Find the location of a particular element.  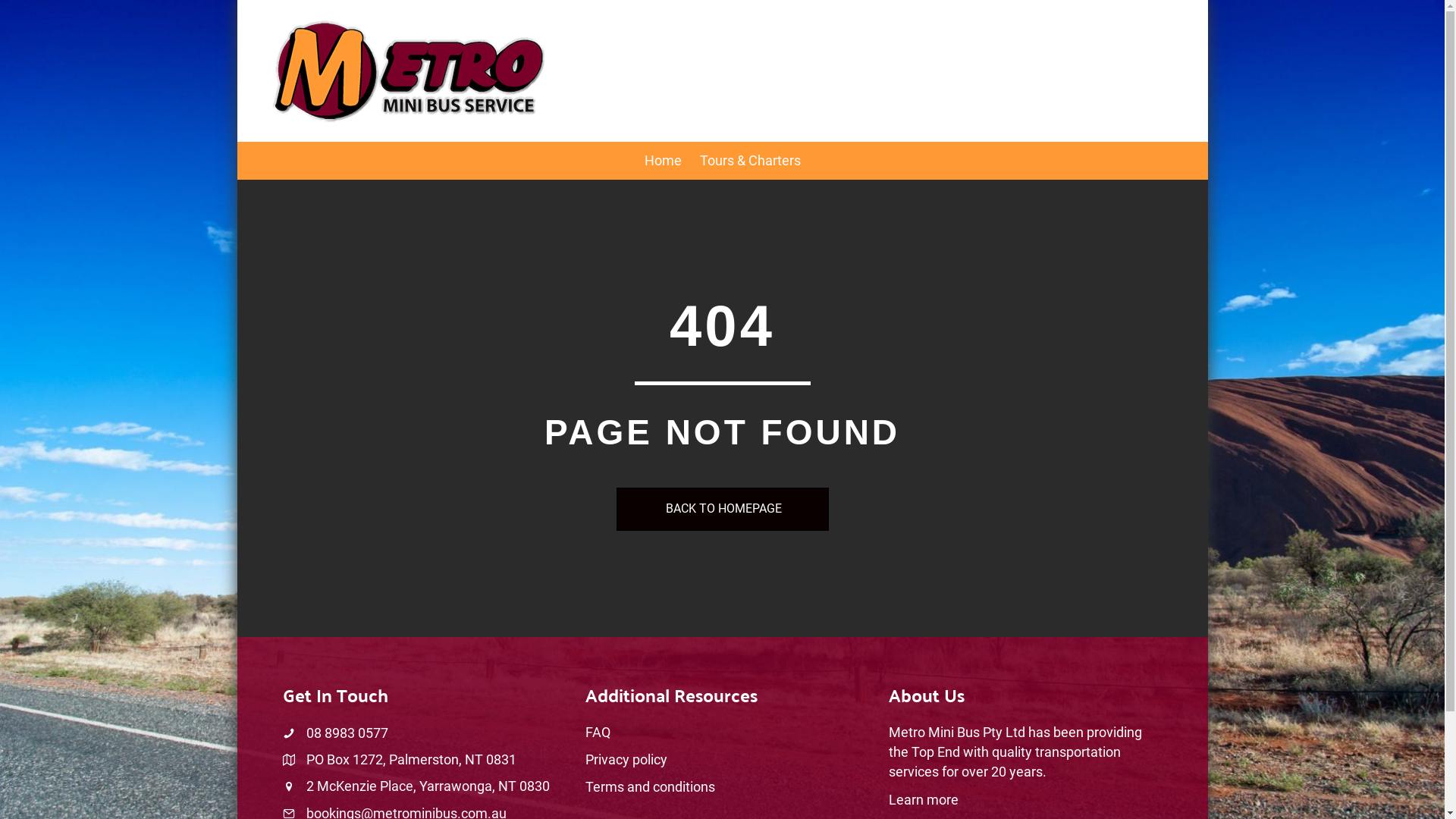

'Tours & Charters' is located at coordinates (689, 161).